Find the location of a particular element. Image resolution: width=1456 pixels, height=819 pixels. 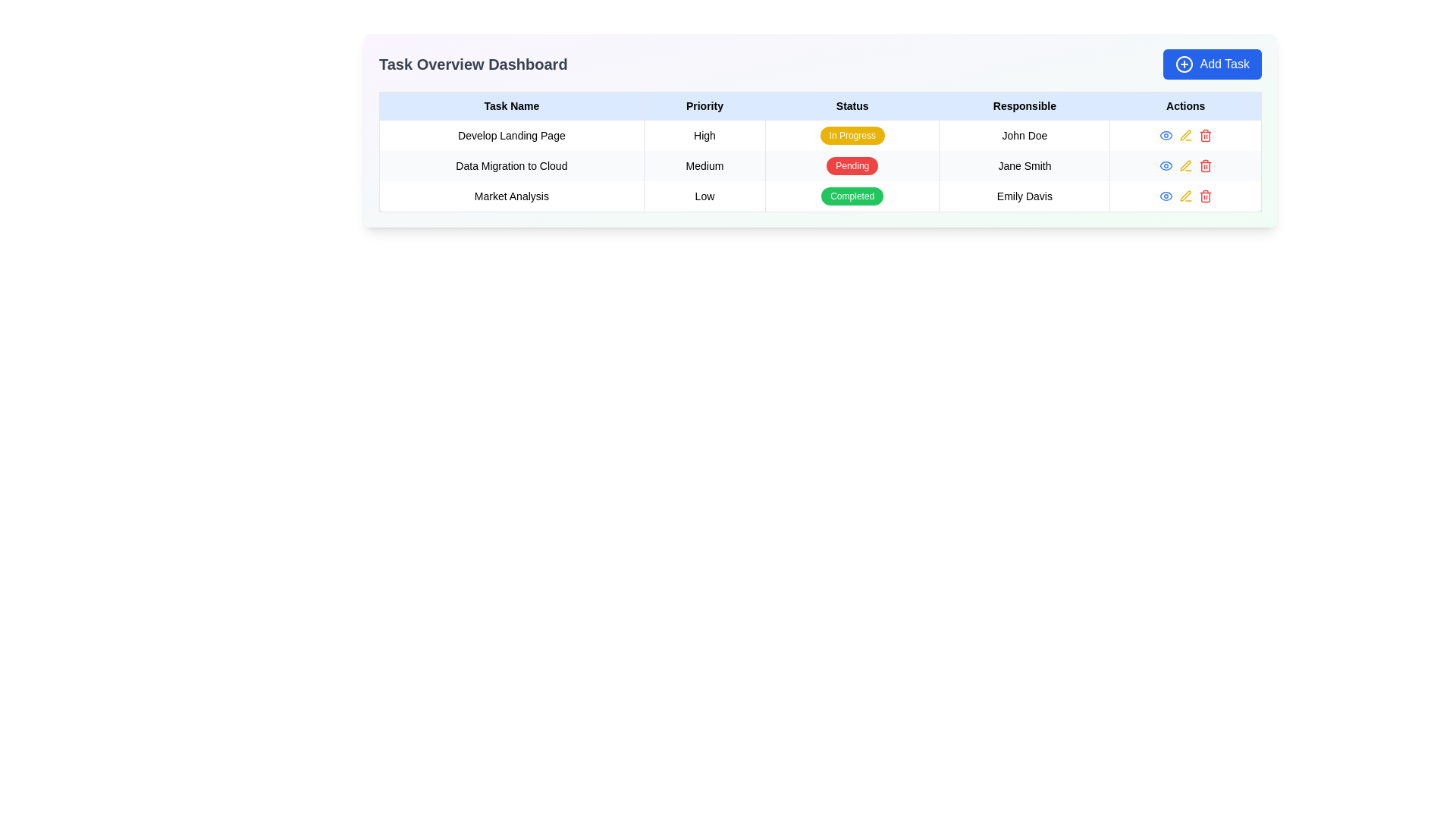

the text label displaying 'Emily Davis', located in the last column of the 'Market Analysis' row in the 'Responsible' section of the table is located at coordinates (1025, 196).